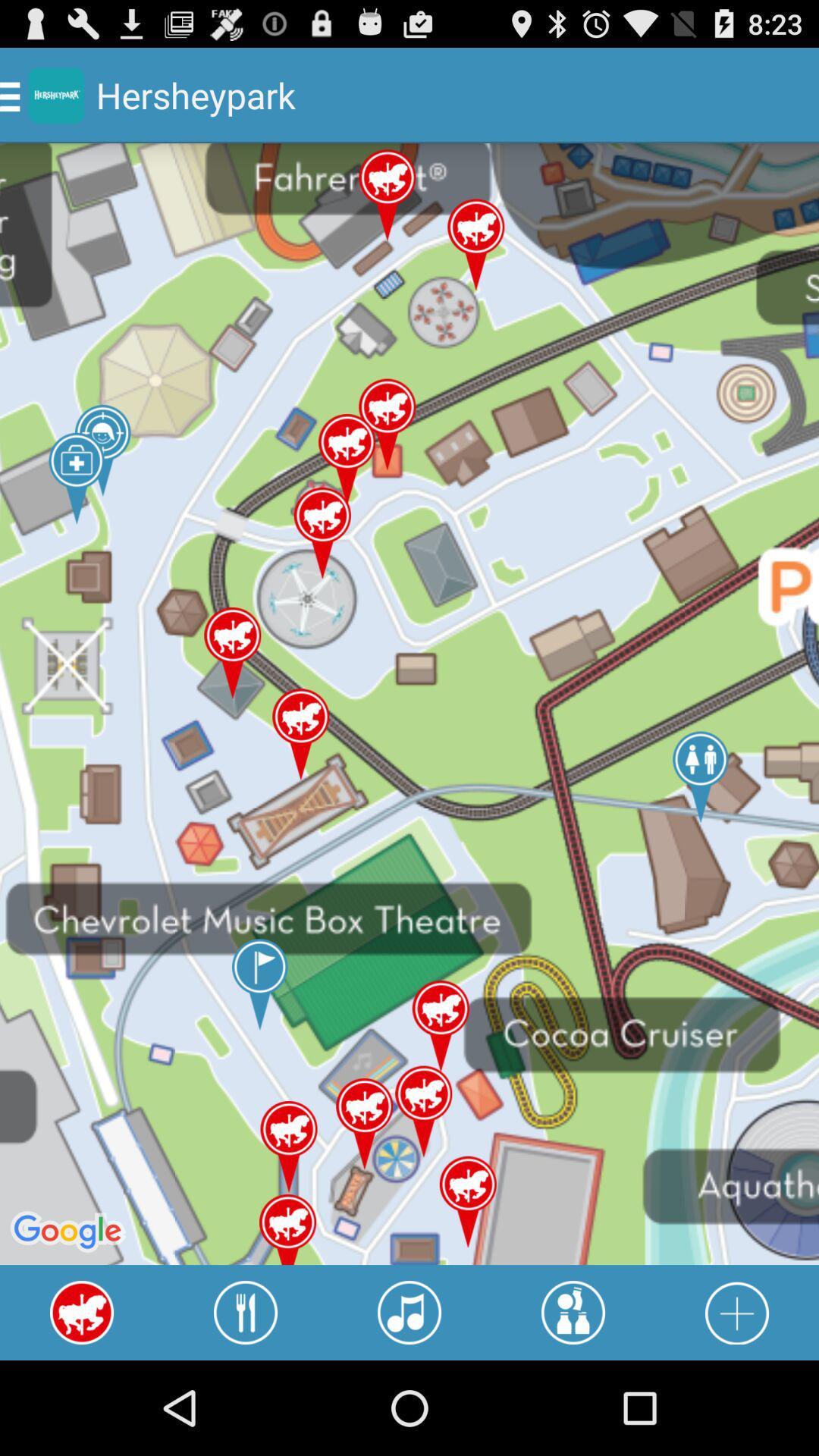 Image resolution: width=819 pixels, height=1456 pixels. Describe the element at coordinates (736, 1404) in the screenshot. I see `the lock icon` at that location.